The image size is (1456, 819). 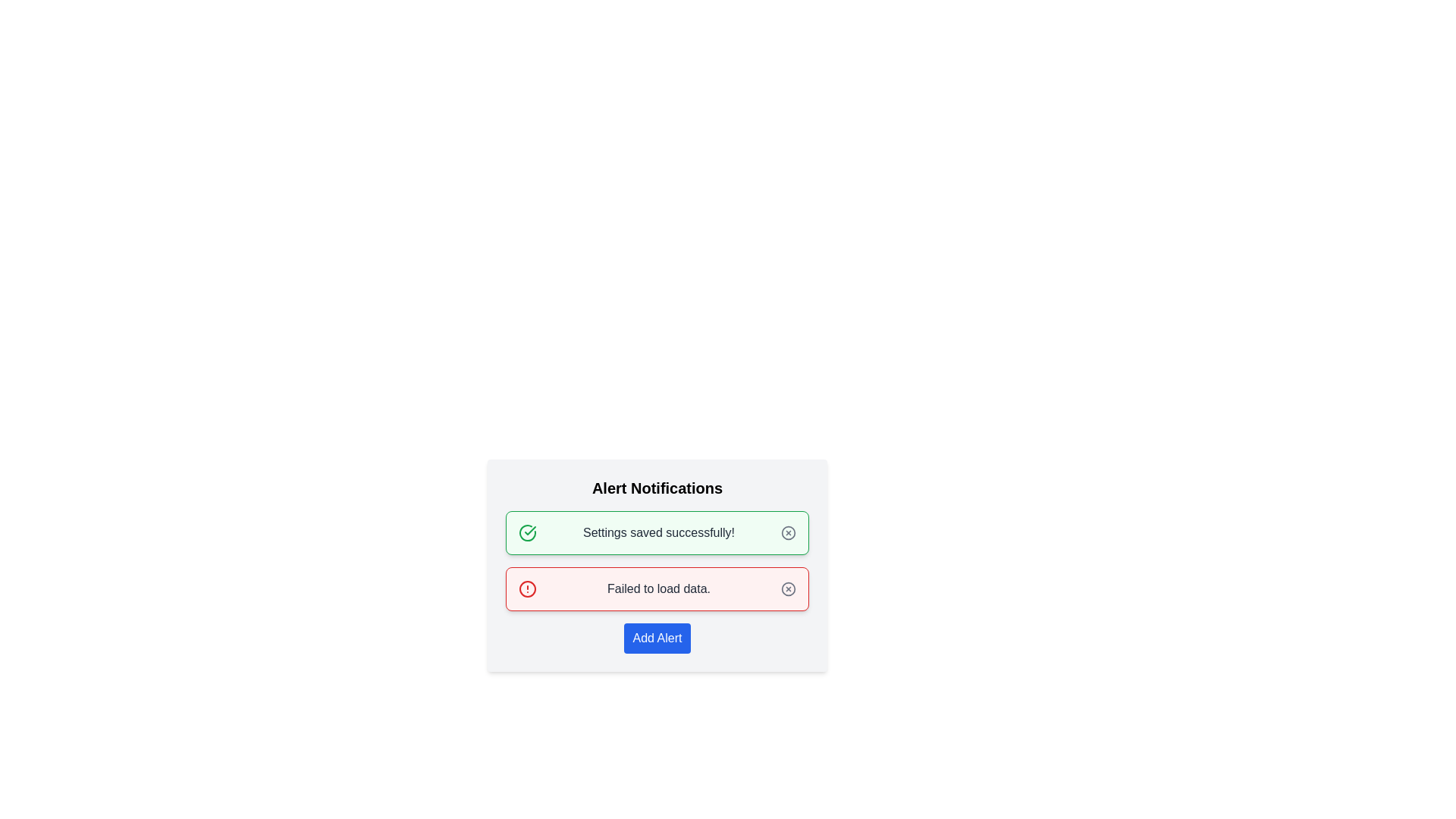 What do you see at coordinates (658, 588) in the screenshot?
I see `the text label displaying 'Failed to load data.' which indicates an error alert in dark gray font on a light red background, located in the second alert box below the 'Settings saved successfully!' message` at bounding box center [658, 588].